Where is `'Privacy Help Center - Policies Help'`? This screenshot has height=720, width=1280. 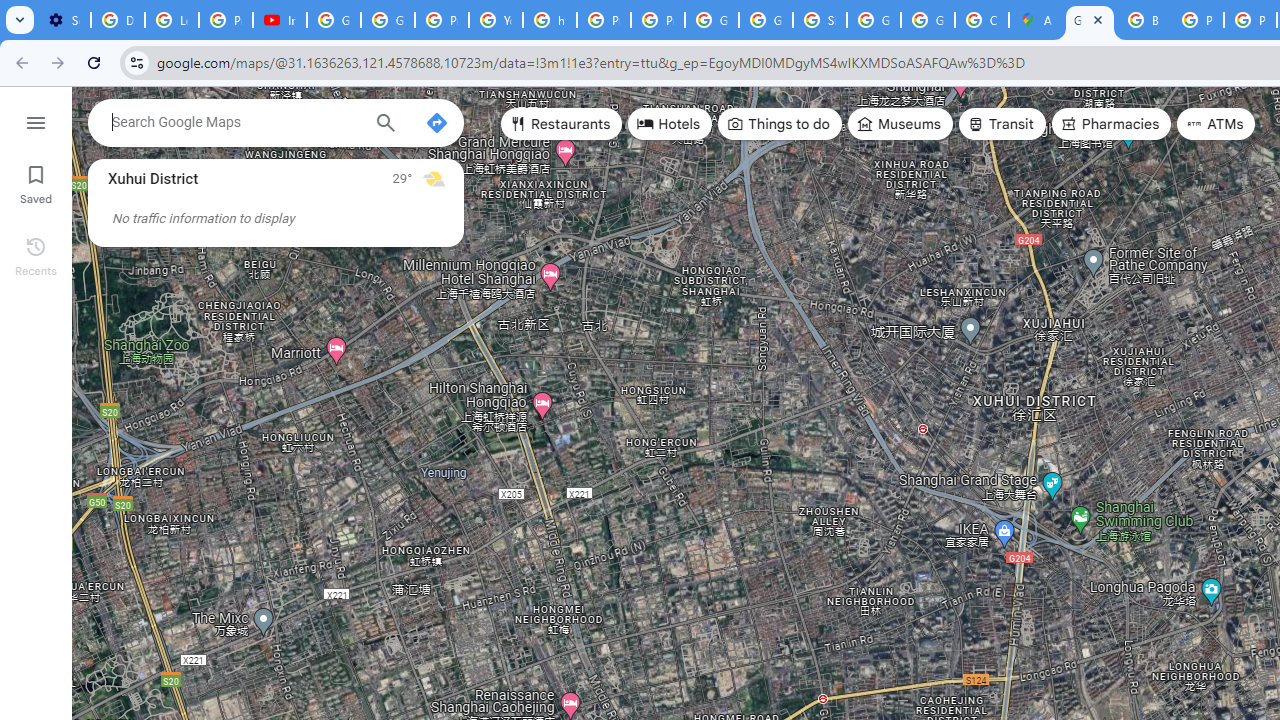
'Privacy Help Center - Policies Help' is located at coordinates (603, 20).